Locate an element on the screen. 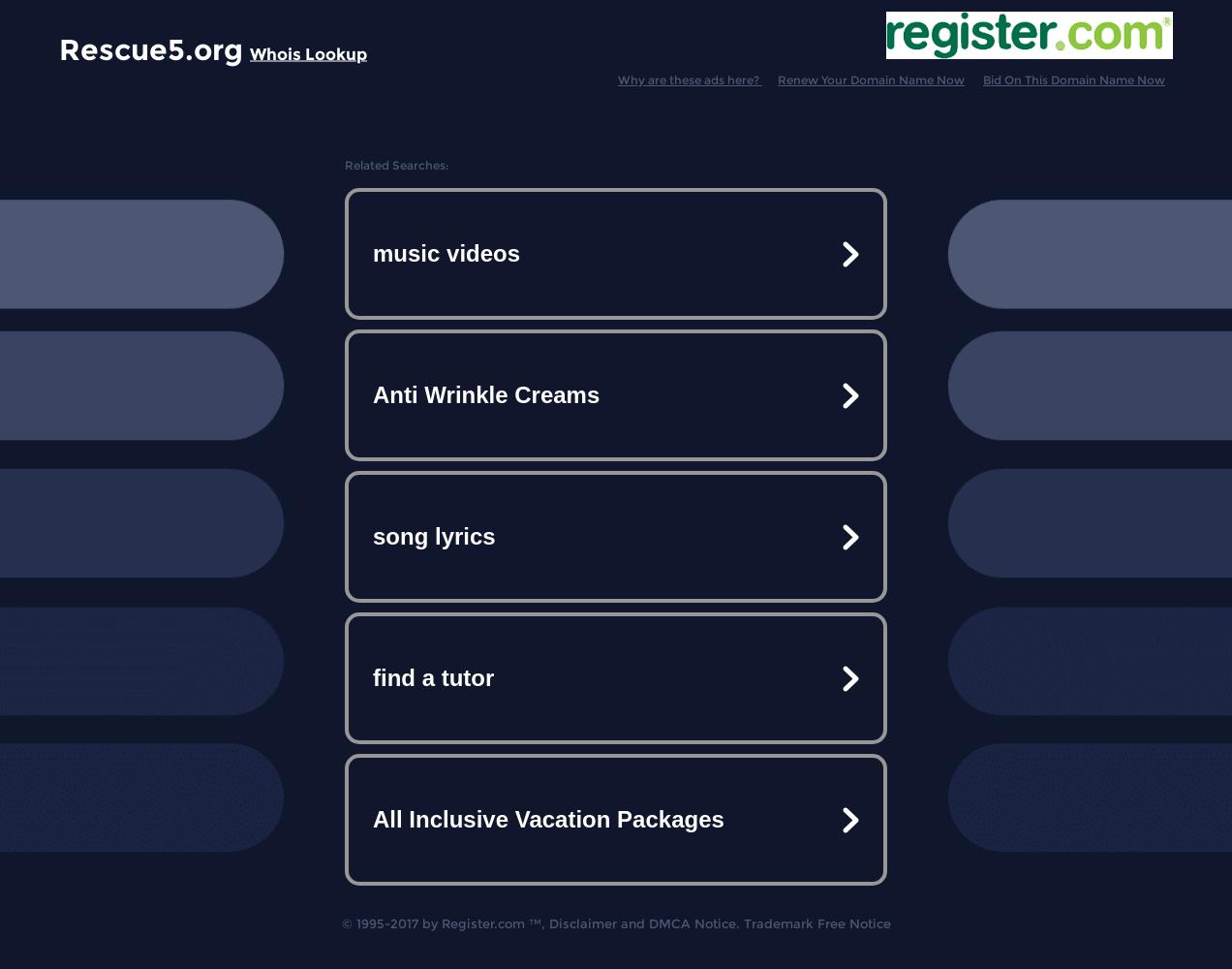  'find a tutor' is located at coordinates (432, 676).